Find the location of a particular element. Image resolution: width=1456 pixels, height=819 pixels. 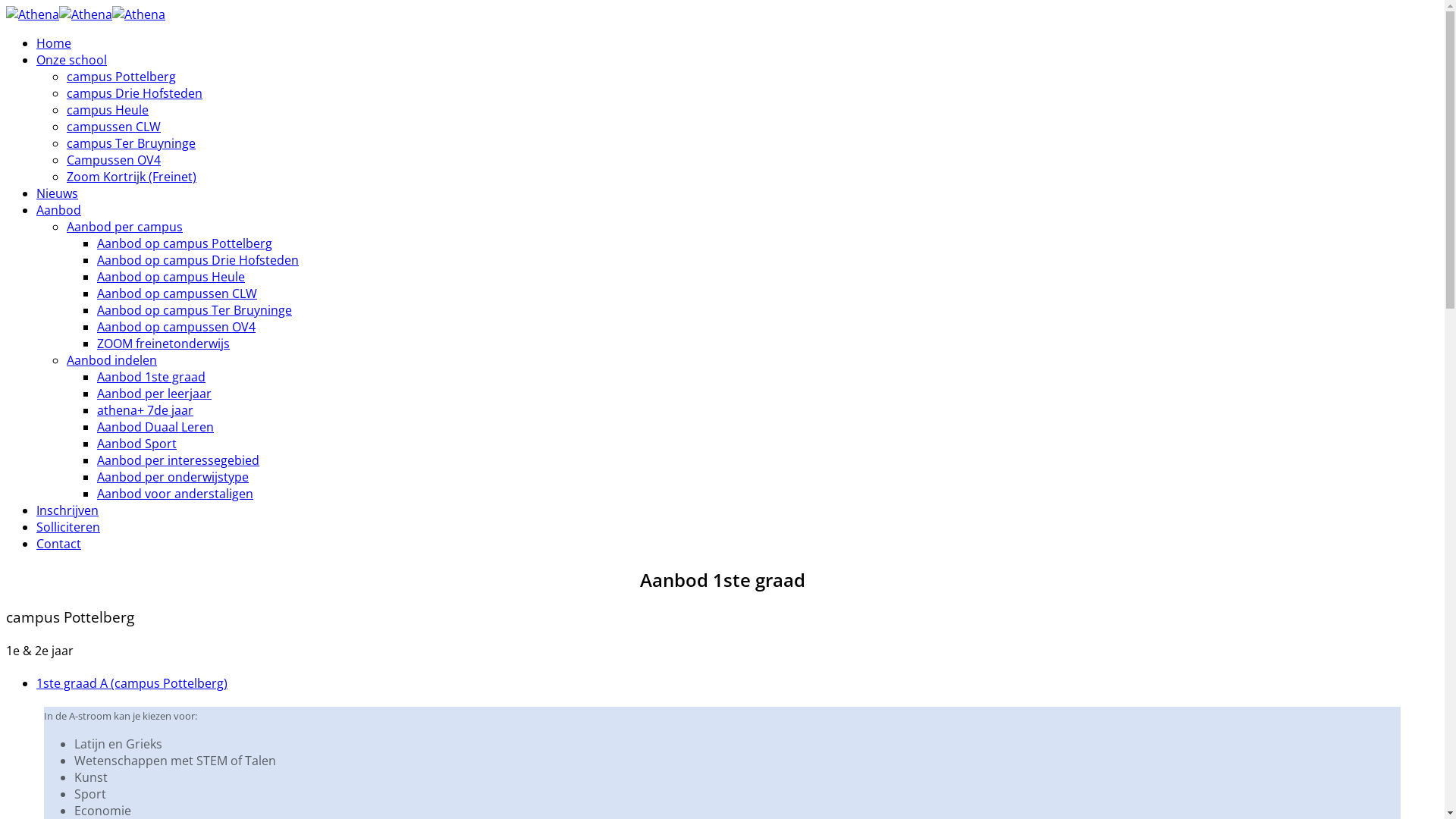

'Aanbod op campus Heule' is located at coordinates (171, 277).